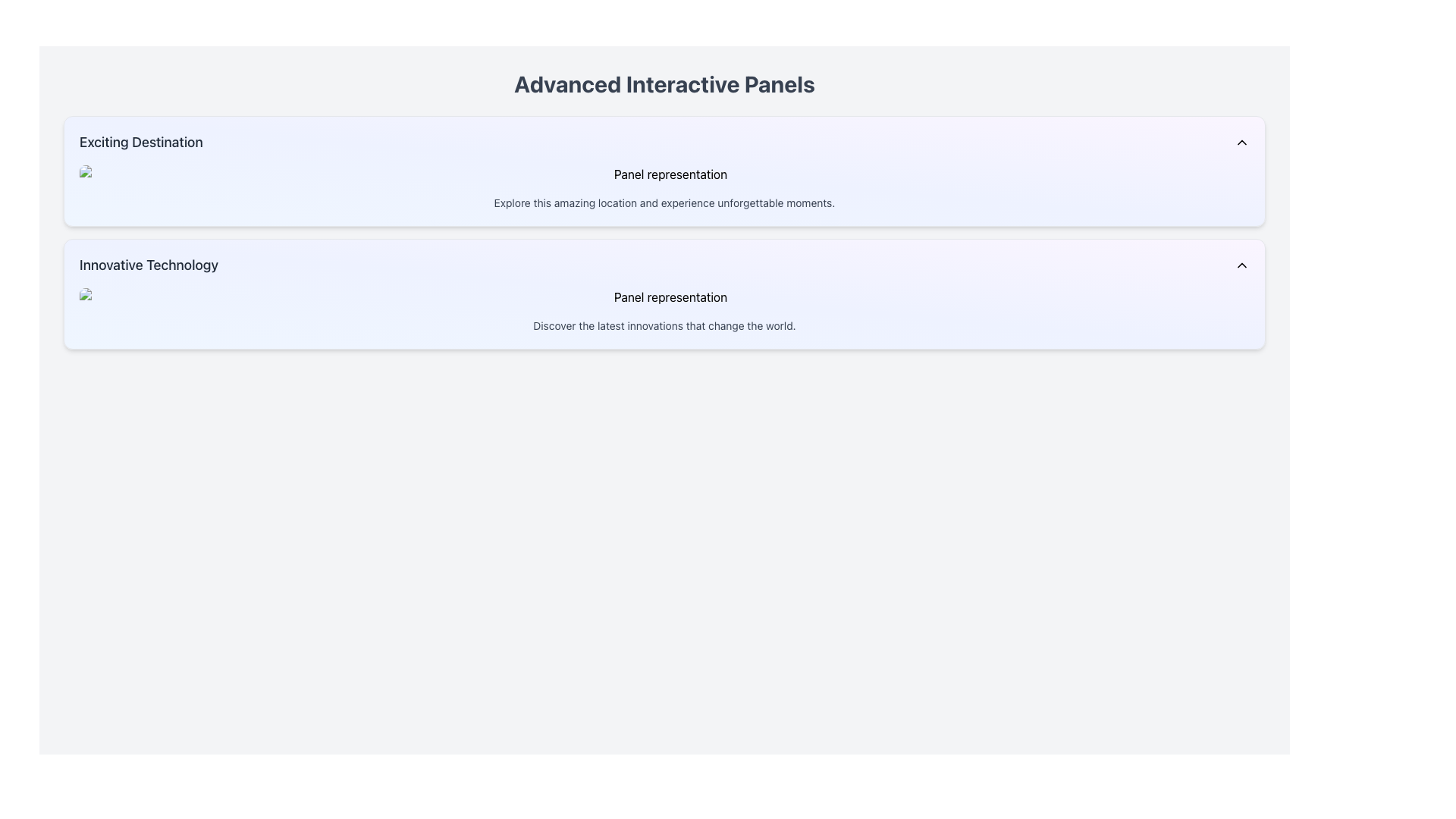  What do you see at coordinates (664, 325) in the screenshot?
I see `the text label displaying 'Discover the latest innovations that change the world.' located beneath the 'Panel representation' label in the 'Innovative Technology' section` at bounding box center [664, 325].